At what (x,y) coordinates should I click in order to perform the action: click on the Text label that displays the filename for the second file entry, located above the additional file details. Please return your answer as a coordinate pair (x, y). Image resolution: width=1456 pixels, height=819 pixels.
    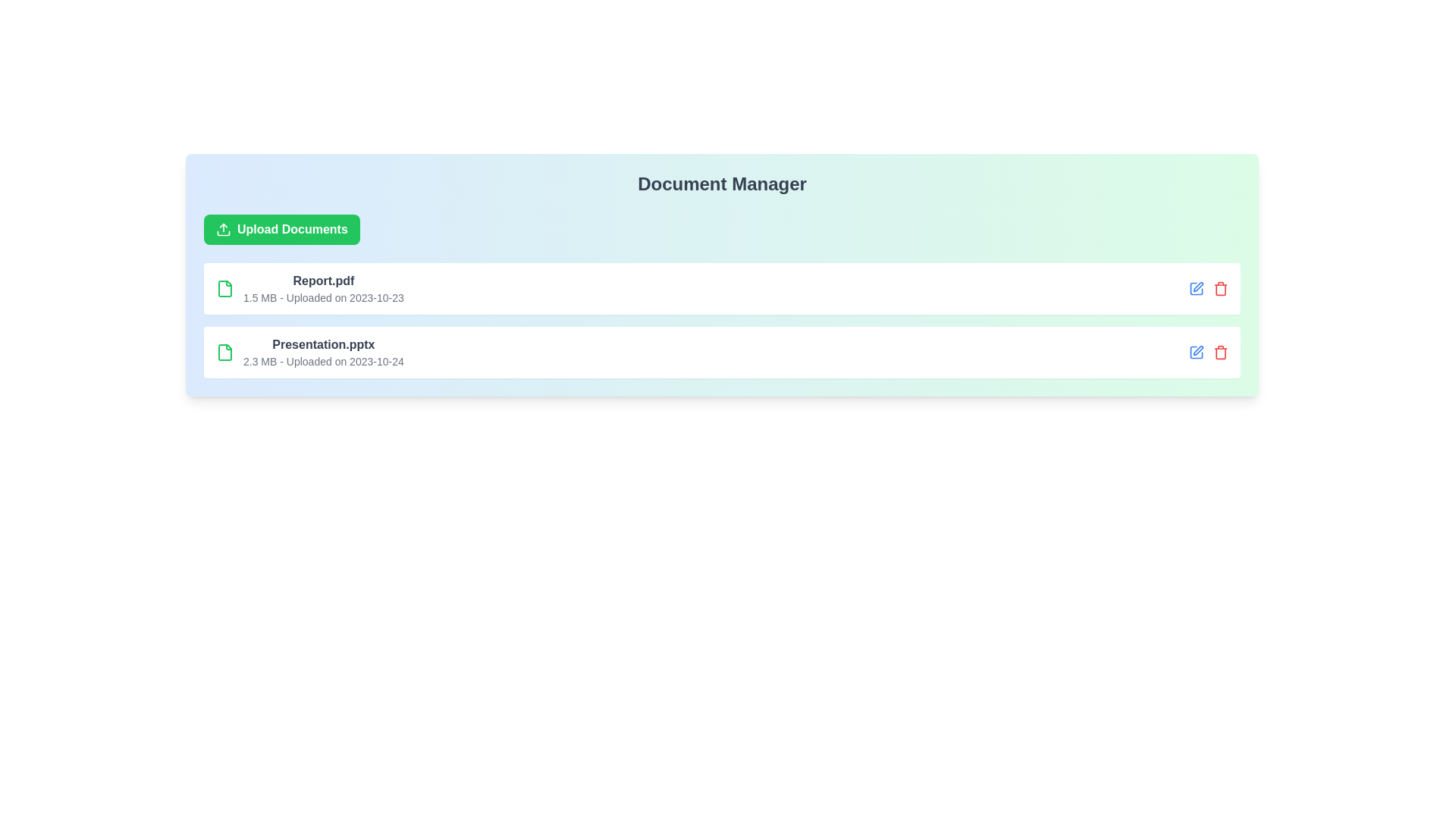
    Looking at the image, I should click on (322, 345).